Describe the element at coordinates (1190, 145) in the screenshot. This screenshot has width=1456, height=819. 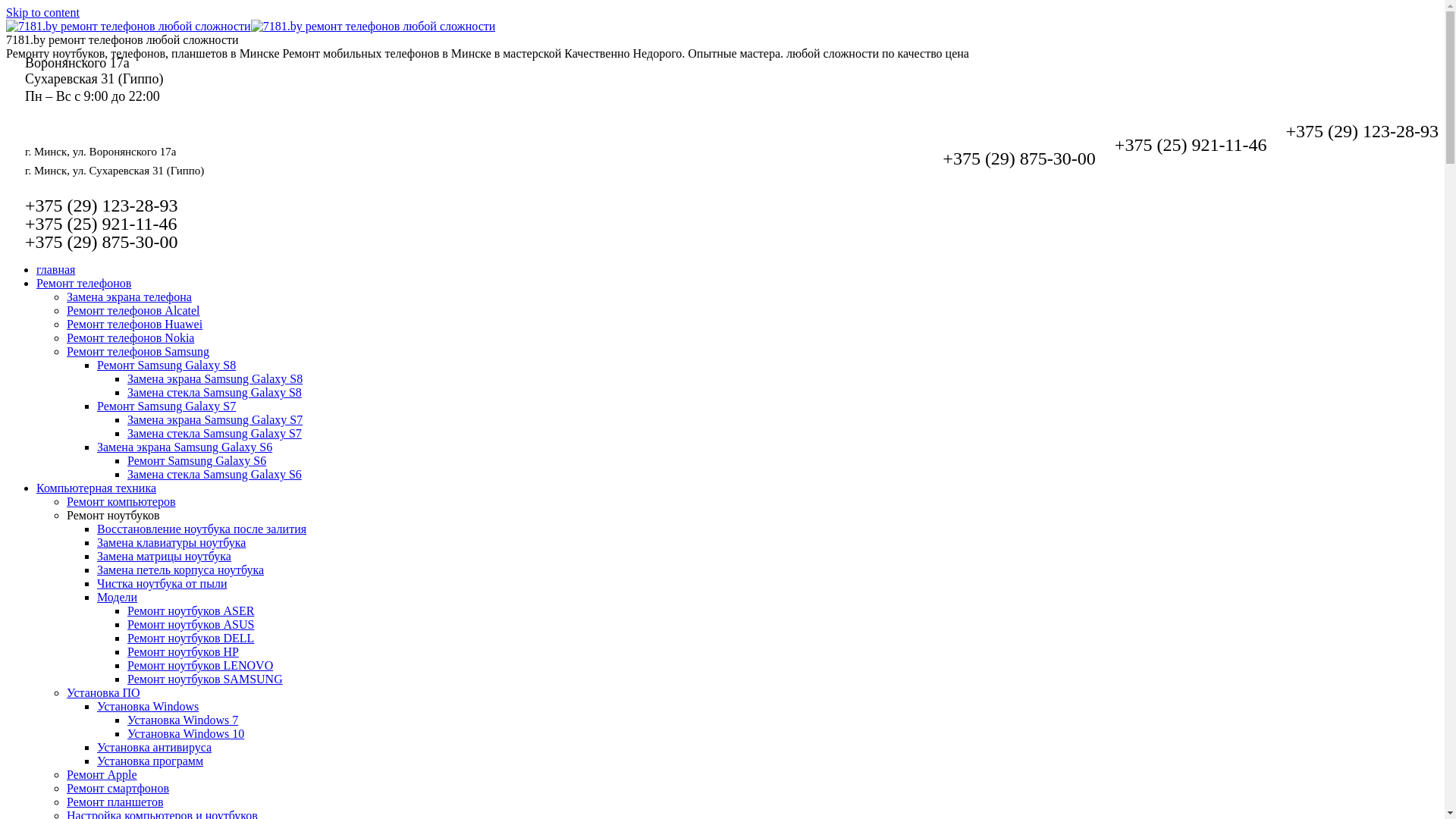
I see `'+375 (25) 921-11-46'` at that location.